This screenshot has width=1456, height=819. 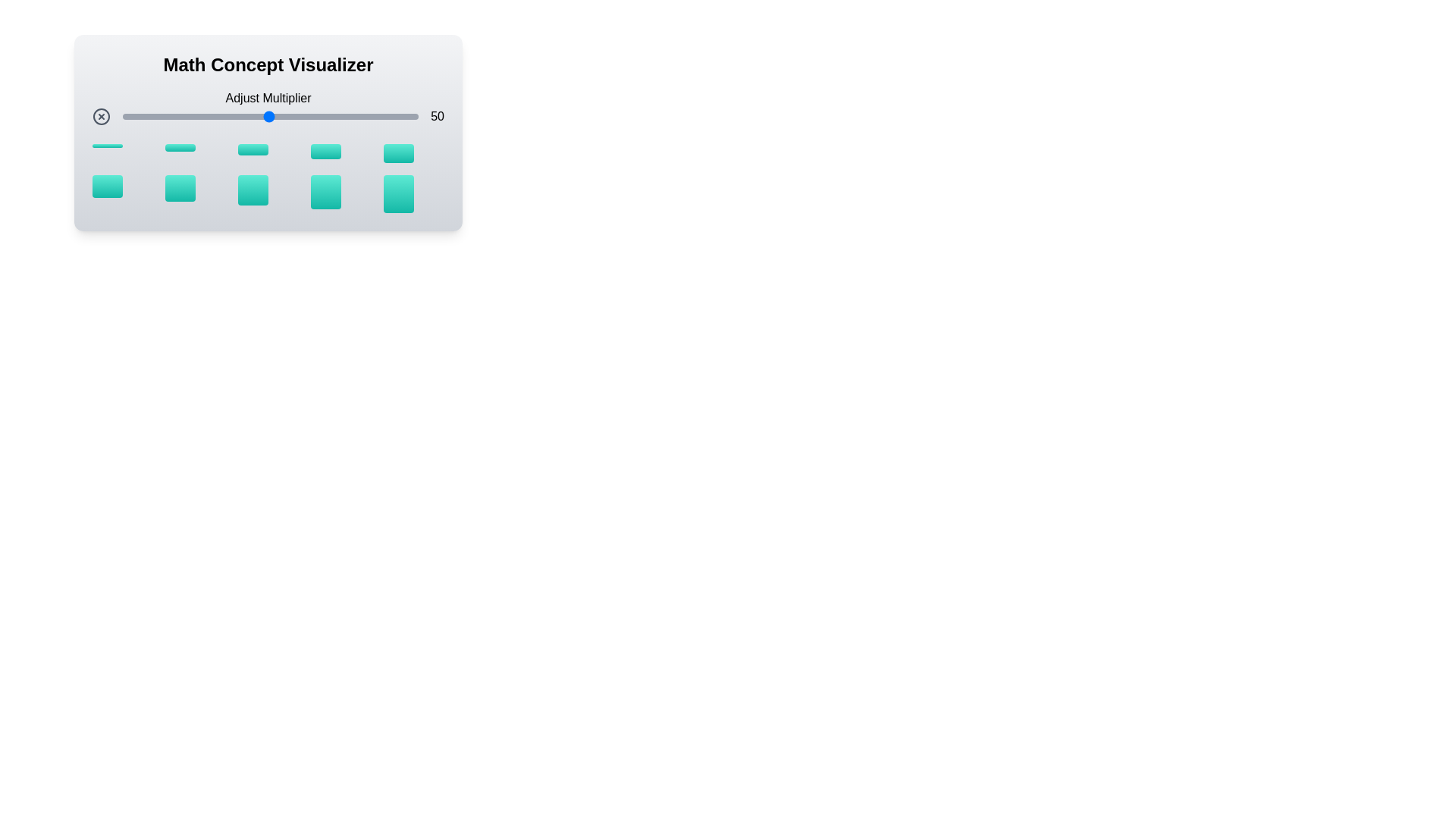 What do you see at coordinates (299, 116) in the screenshot?
I see `the multiplier slider to set the value to 60` at bounding box center [299, 116].